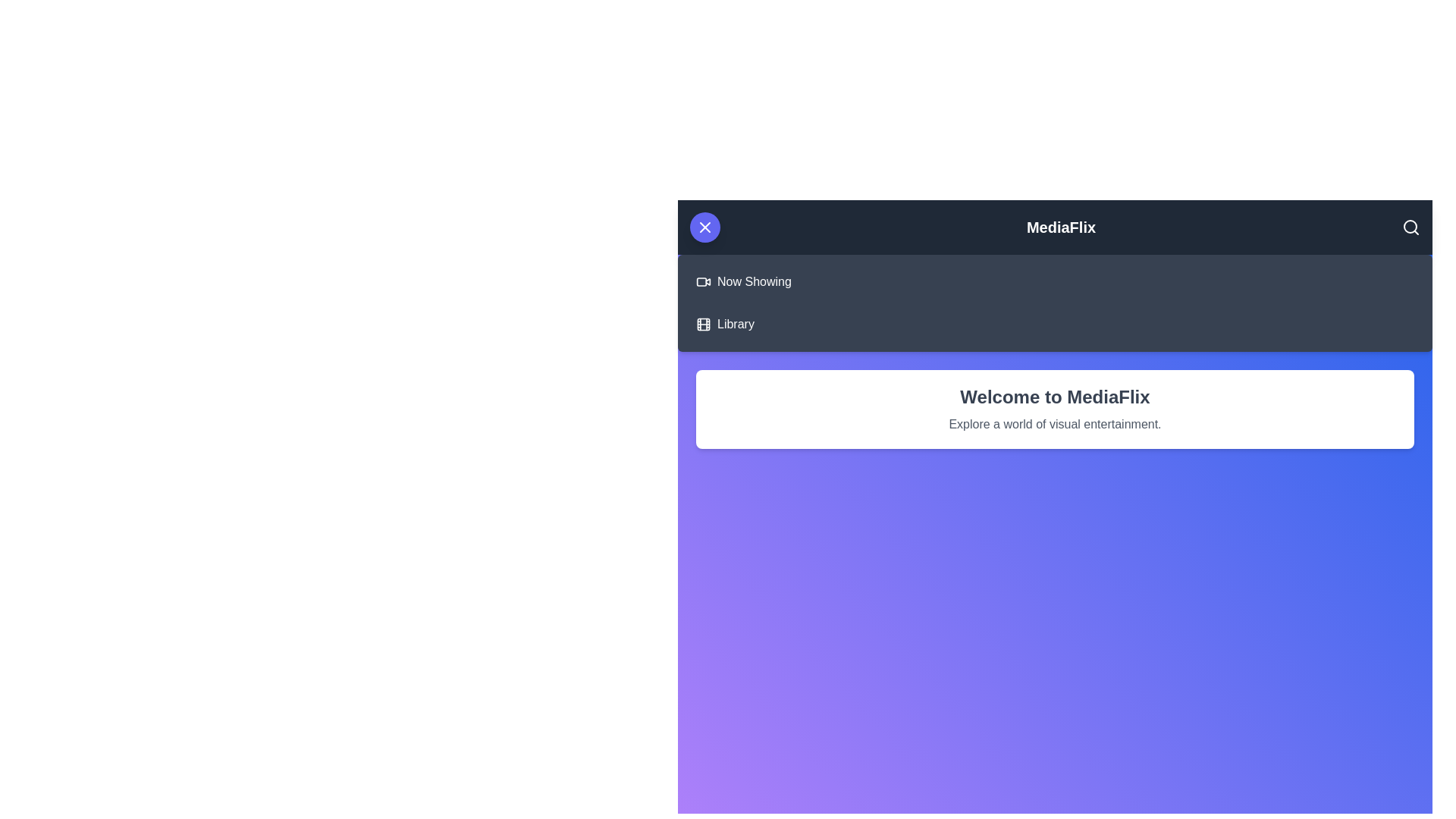 This screenshot has width=1456, height=819. Describe the element at coordinates (735, 324) in the screenshot. I see `the 'Library' menu item` at that location.